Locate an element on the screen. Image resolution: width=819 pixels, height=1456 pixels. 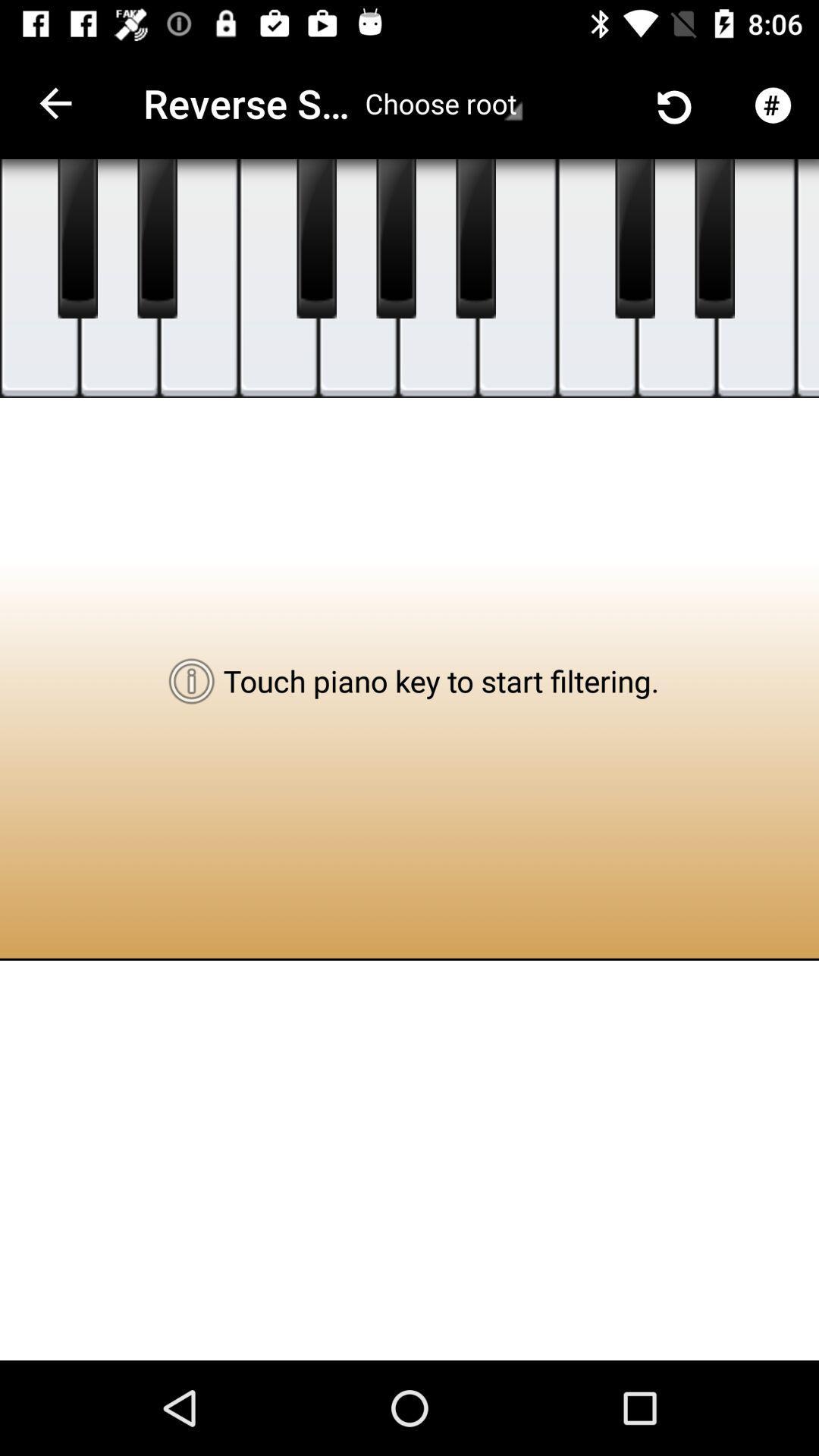
icon above touch piano key item is located at coordinates (475, 238).